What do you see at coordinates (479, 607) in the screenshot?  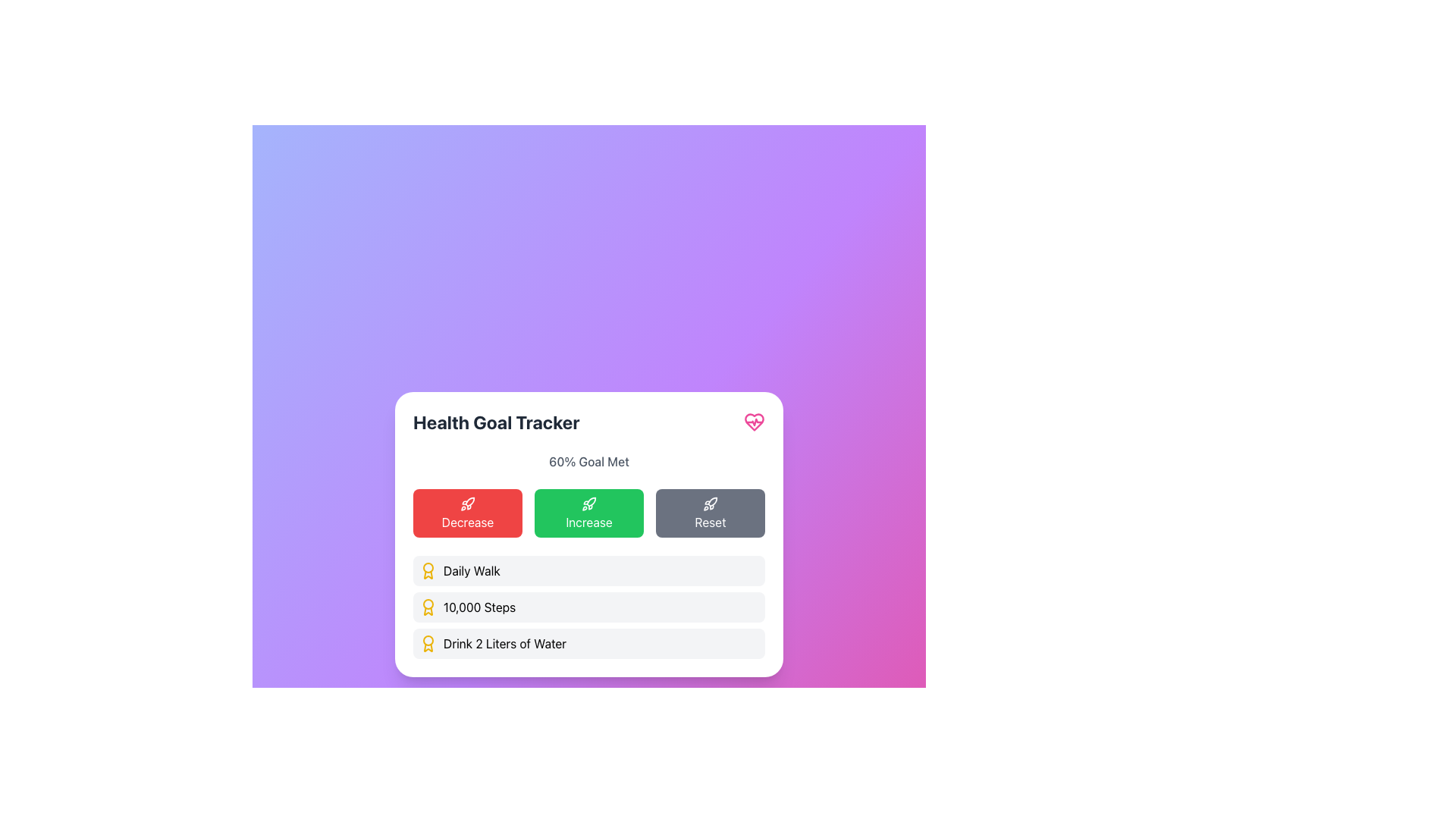 I see `the text label displaying '10,000 Steps', which is the second item in the list and located to the right of the award ribbon icon` at bounding box center [479, 607].